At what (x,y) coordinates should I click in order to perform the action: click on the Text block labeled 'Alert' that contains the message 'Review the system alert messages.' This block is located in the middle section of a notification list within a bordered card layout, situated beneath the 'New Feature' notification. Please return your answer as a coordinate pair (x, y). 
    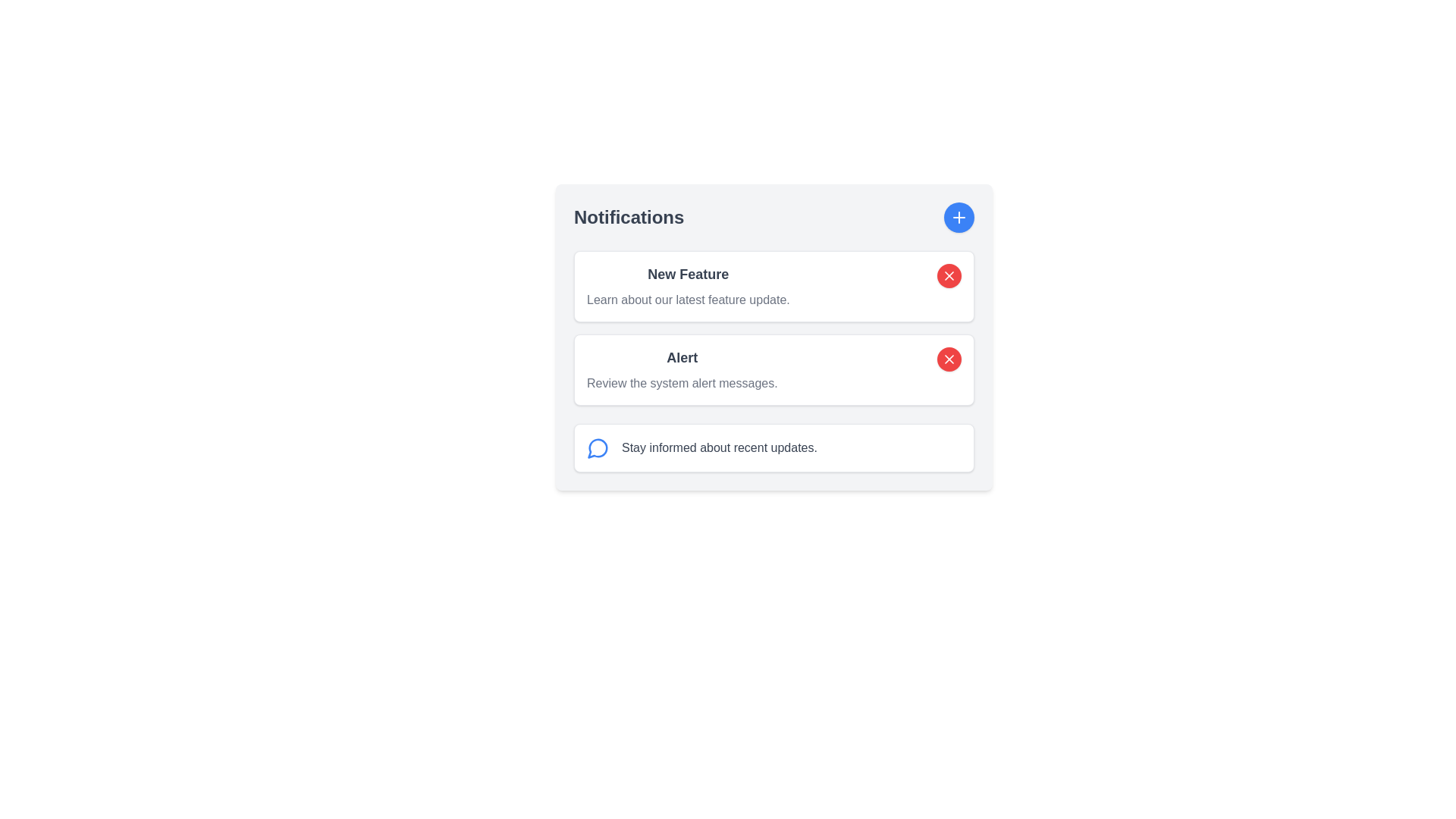
    Looking at the image, I should click on (681, 370).